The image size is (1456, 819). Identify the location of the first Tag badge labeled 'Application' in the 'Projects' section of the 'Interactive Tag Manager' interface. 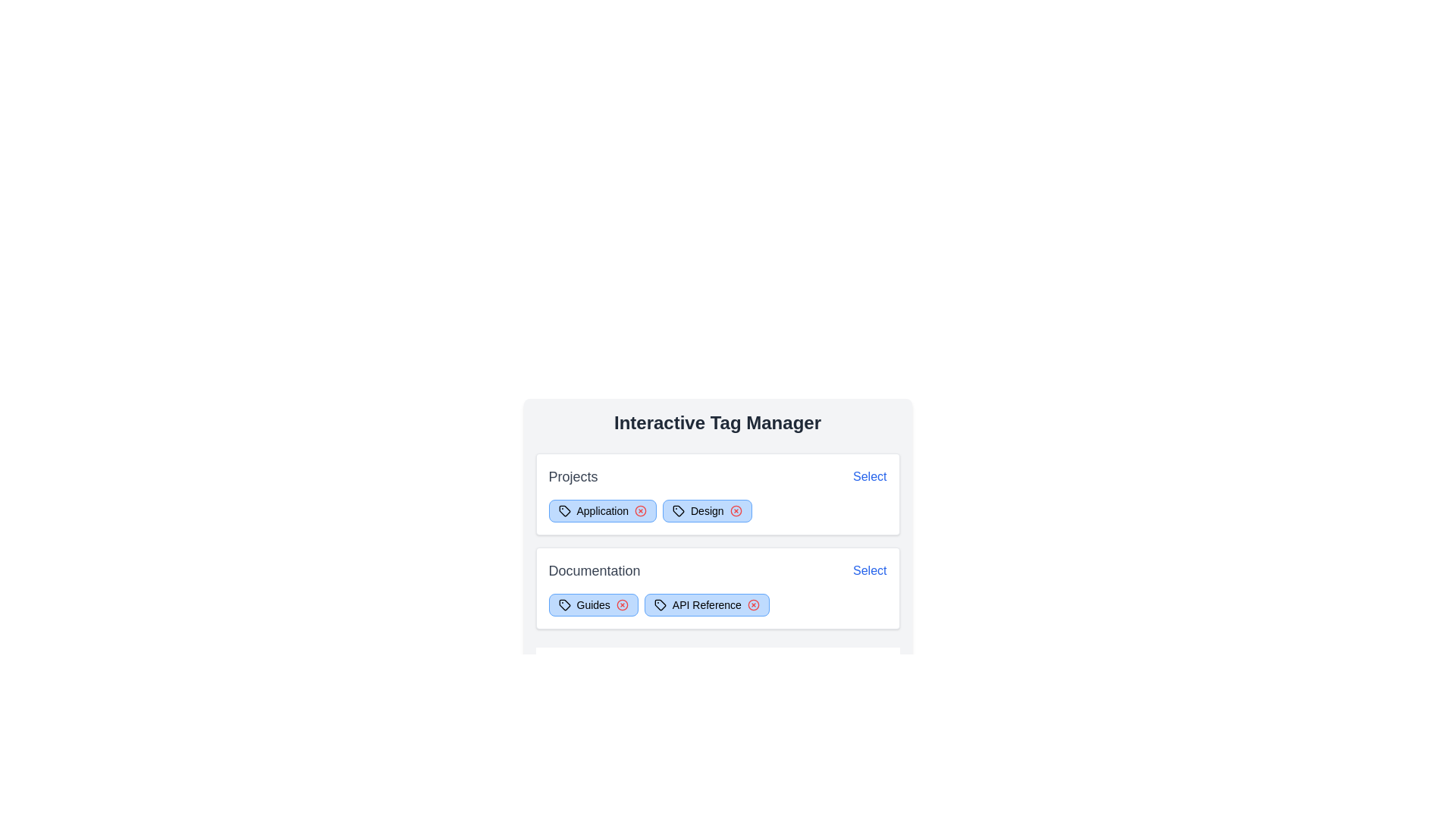
(601, 511).